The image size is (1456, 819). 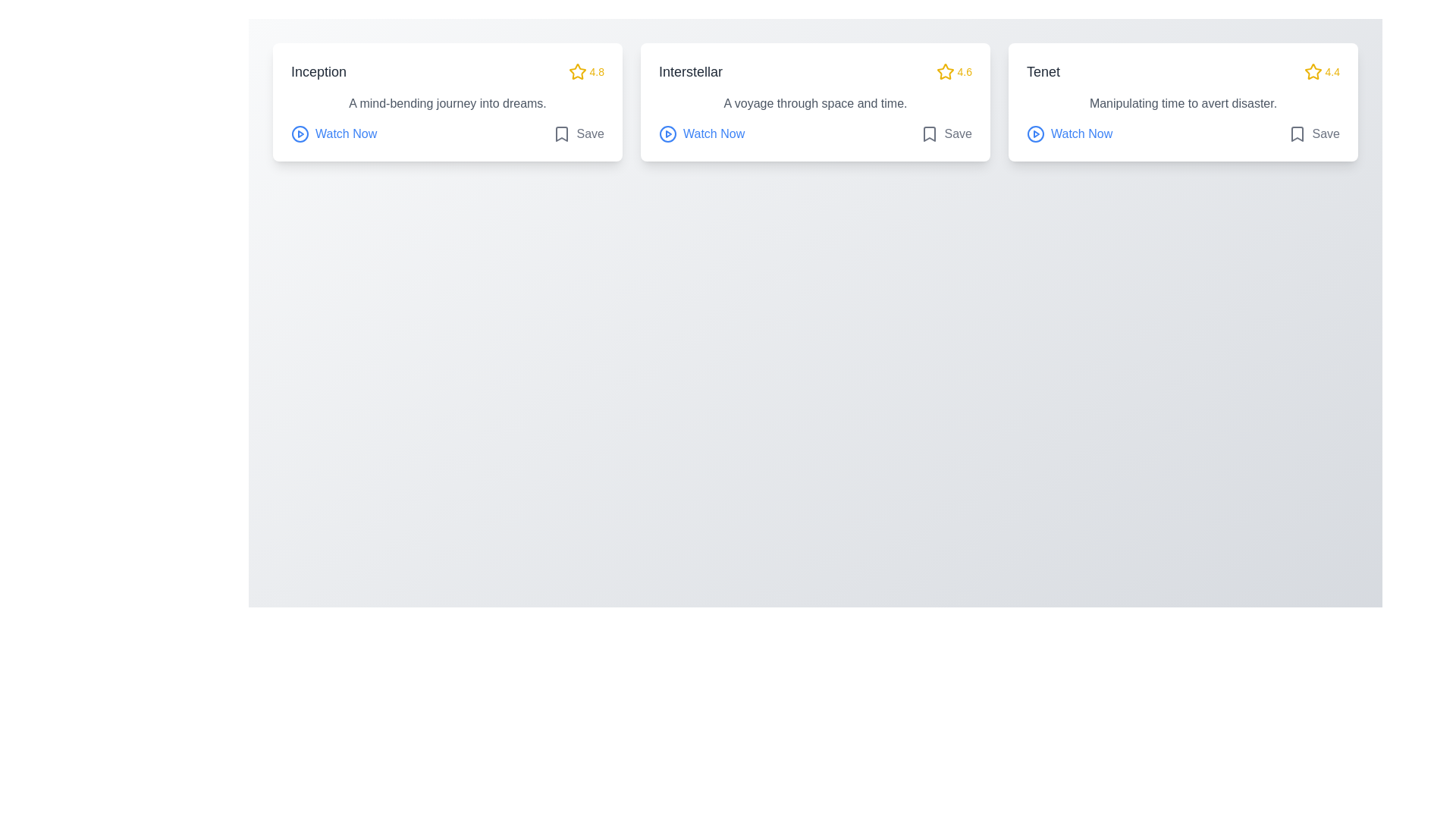 What do you see at coordinates (814, 133) in the screenshot?
I see `the 'Watch Now' button on the action bar located at the bottom of the 'Interstellar' card to initiate playback` at bounding box center [814, 133].